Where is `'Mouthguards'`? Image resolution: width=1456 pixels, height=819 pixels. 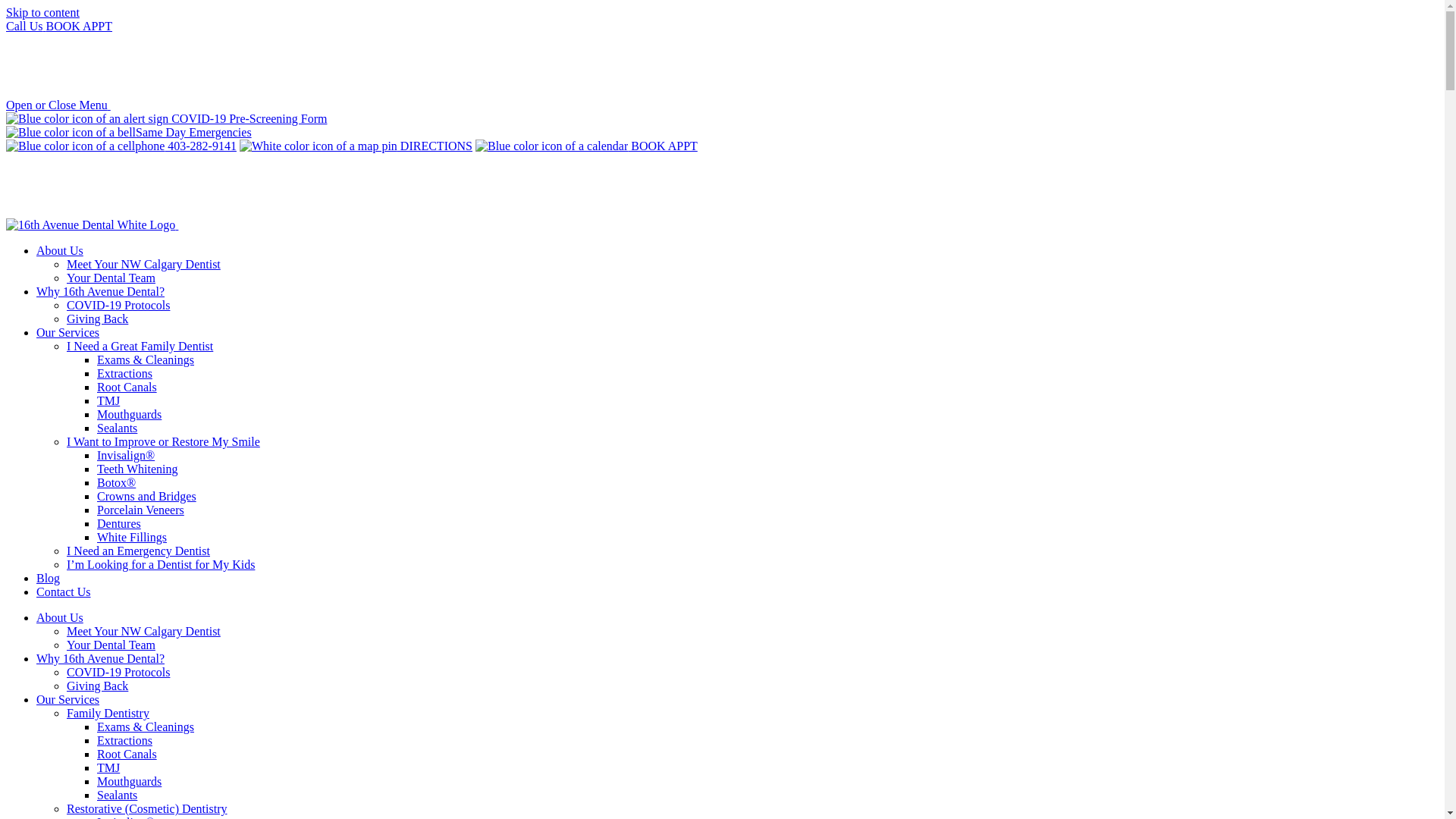
'Mouthguards' is located at coordinates (96, 781).